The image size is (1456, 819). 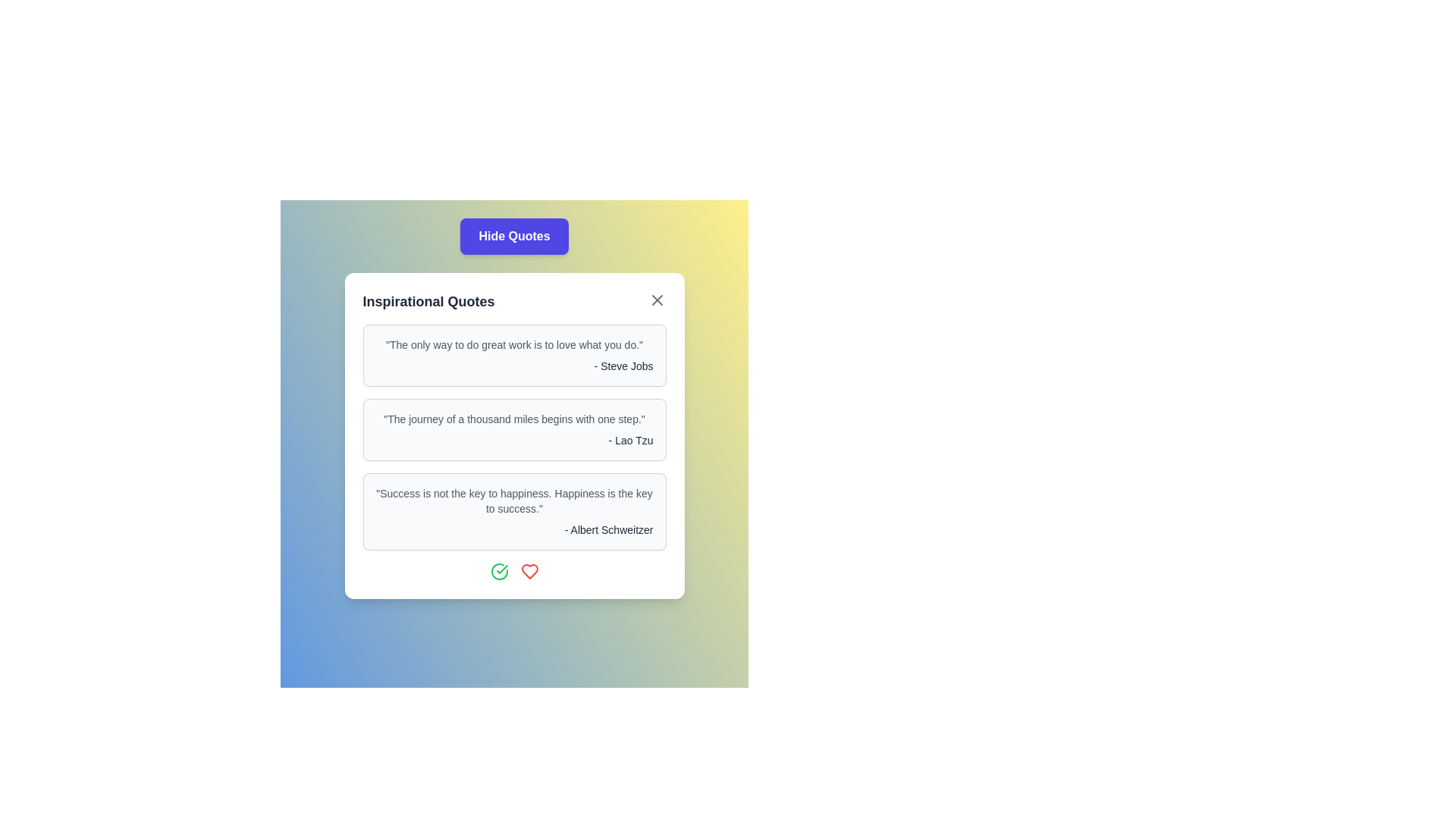 What do you see at coordinates (499, 571) in the screenshot?
I see `the circular green stroke icon with a checkmark, located at the bottom left of the modal window, positioned to the left of a heart-shaped icon` at bounding box center [499, 571].